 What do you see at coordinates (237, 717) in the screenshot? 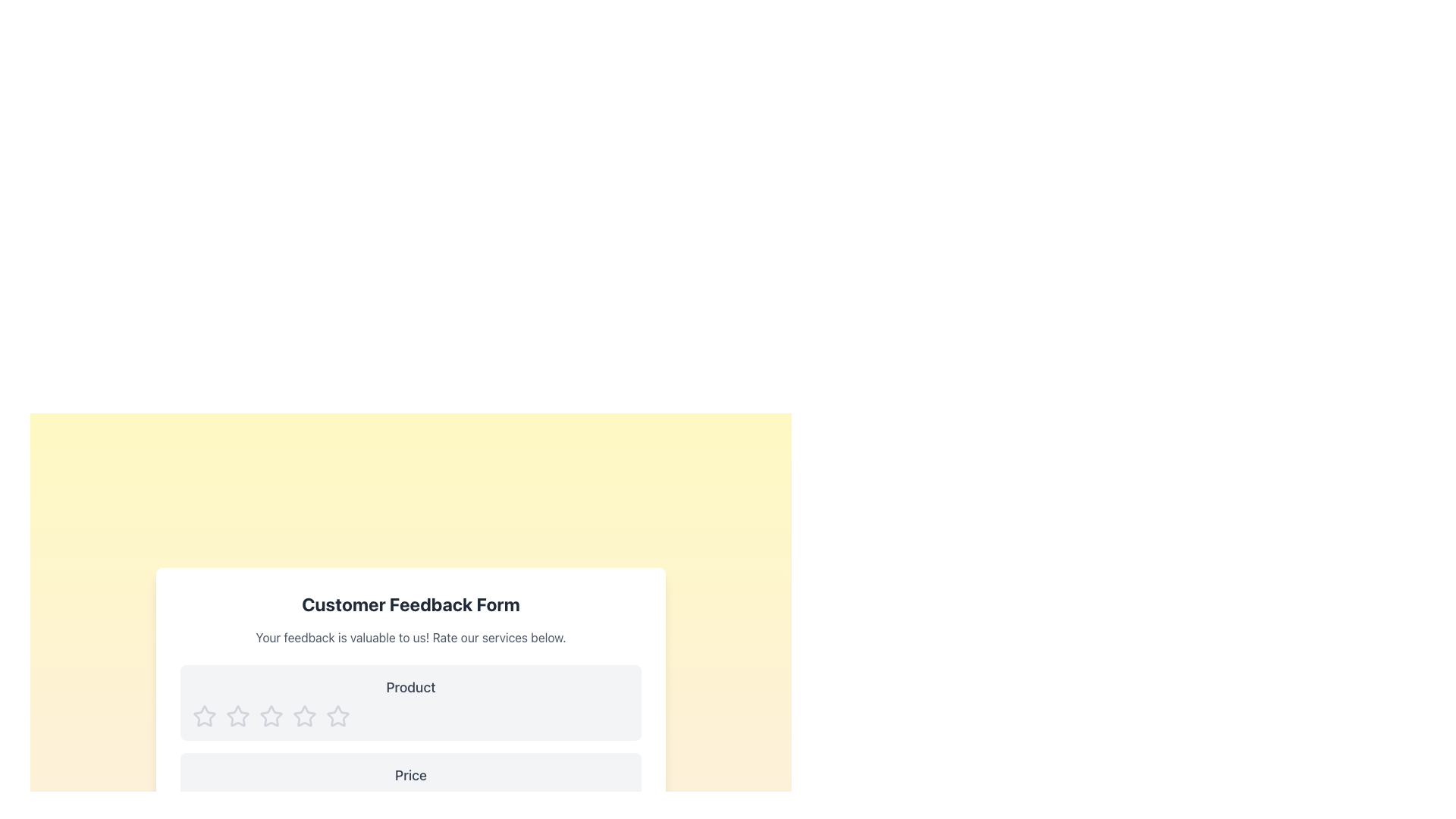
I see `the second star icon from the left in the horizontal set of five stars below the 'Product' label` at bounding box center [237, 717].